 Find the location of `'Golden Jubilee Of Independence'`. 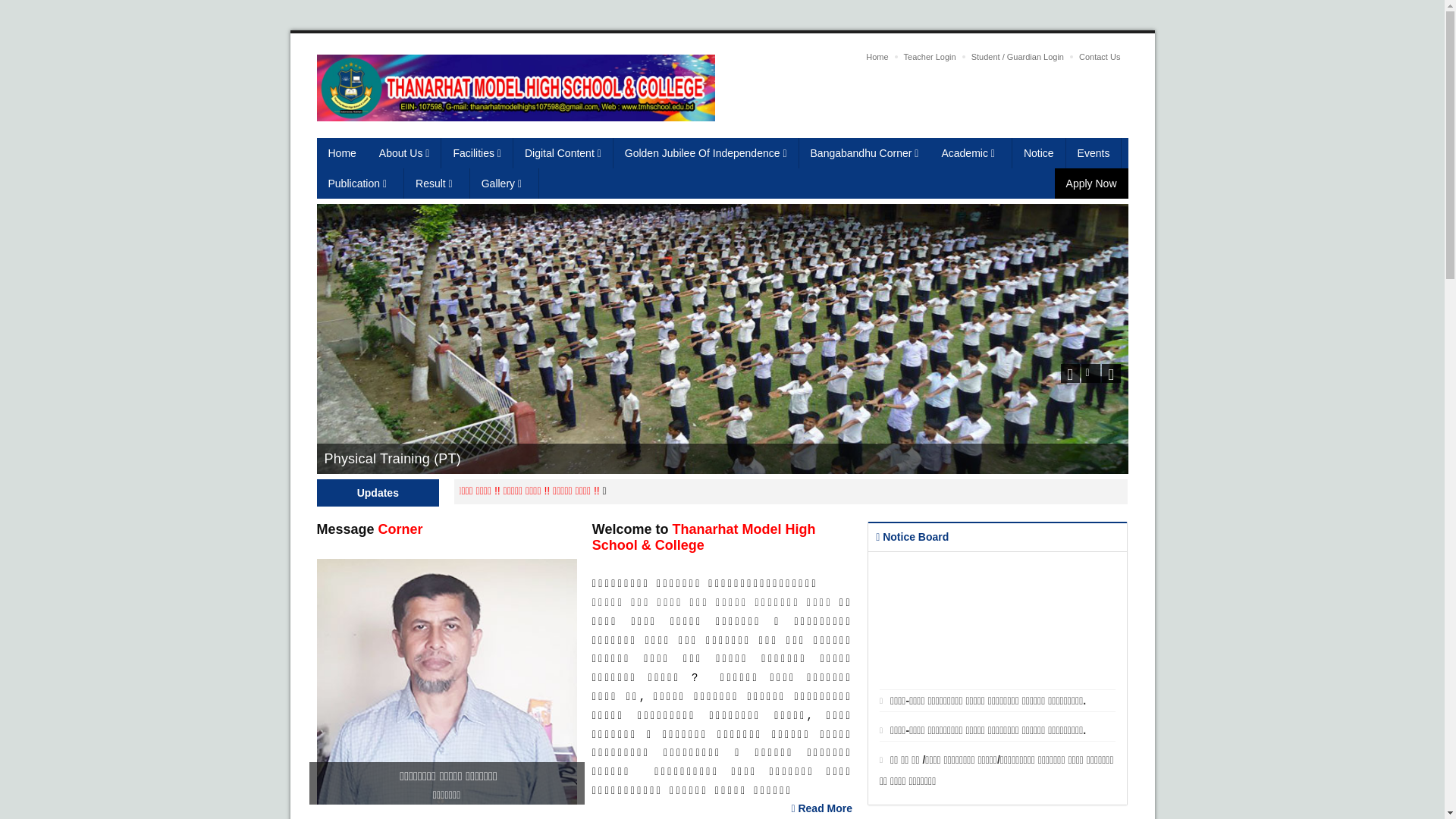

'Golden Jubilee Of Independence' is located at coordinates (705, 152).